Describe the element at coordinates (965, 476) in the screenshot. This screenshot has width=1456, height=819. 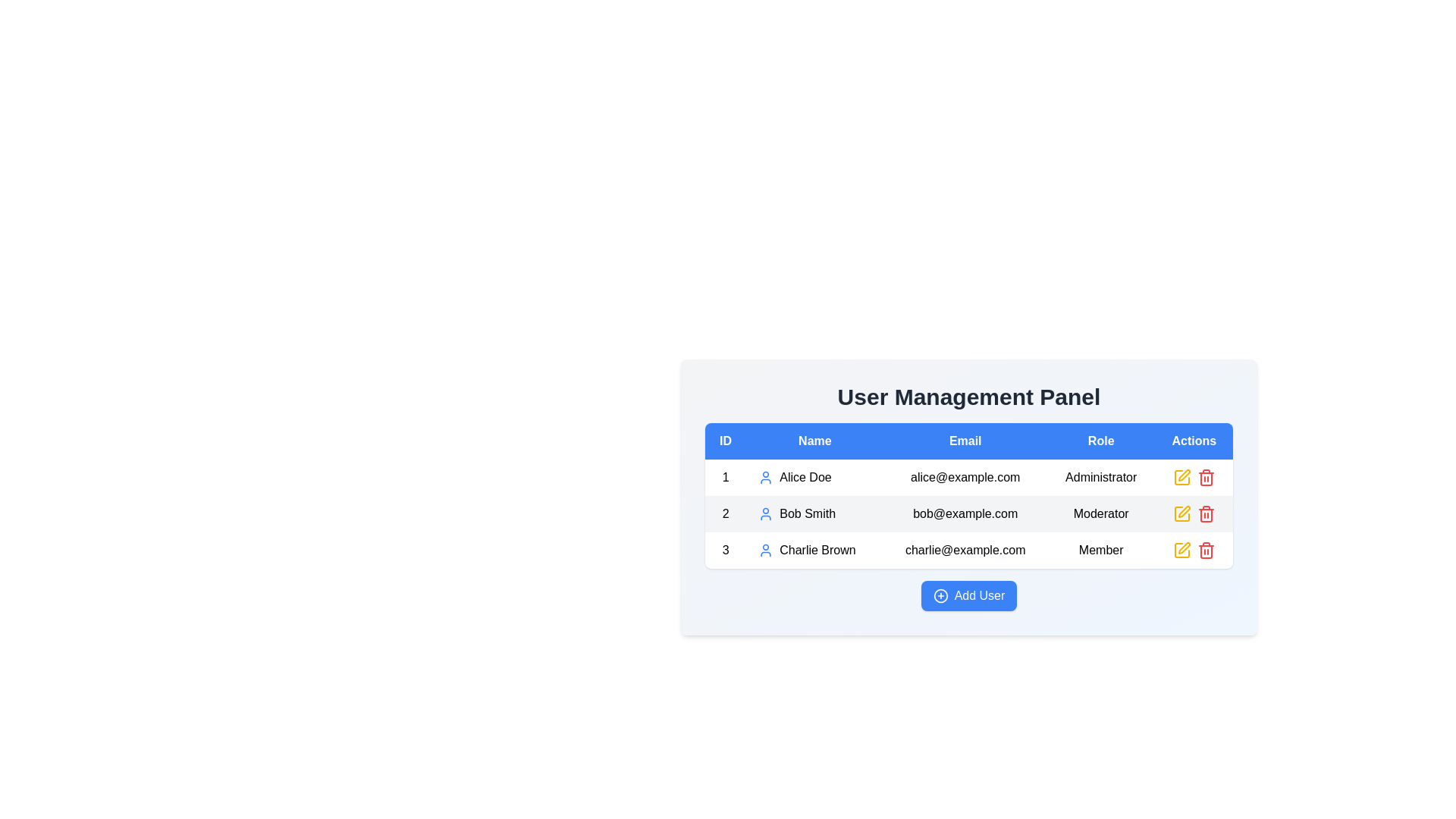
I see `the static text element displaying the email address 'alice@example.com' in the third column of the first row of the user management table` at that location.